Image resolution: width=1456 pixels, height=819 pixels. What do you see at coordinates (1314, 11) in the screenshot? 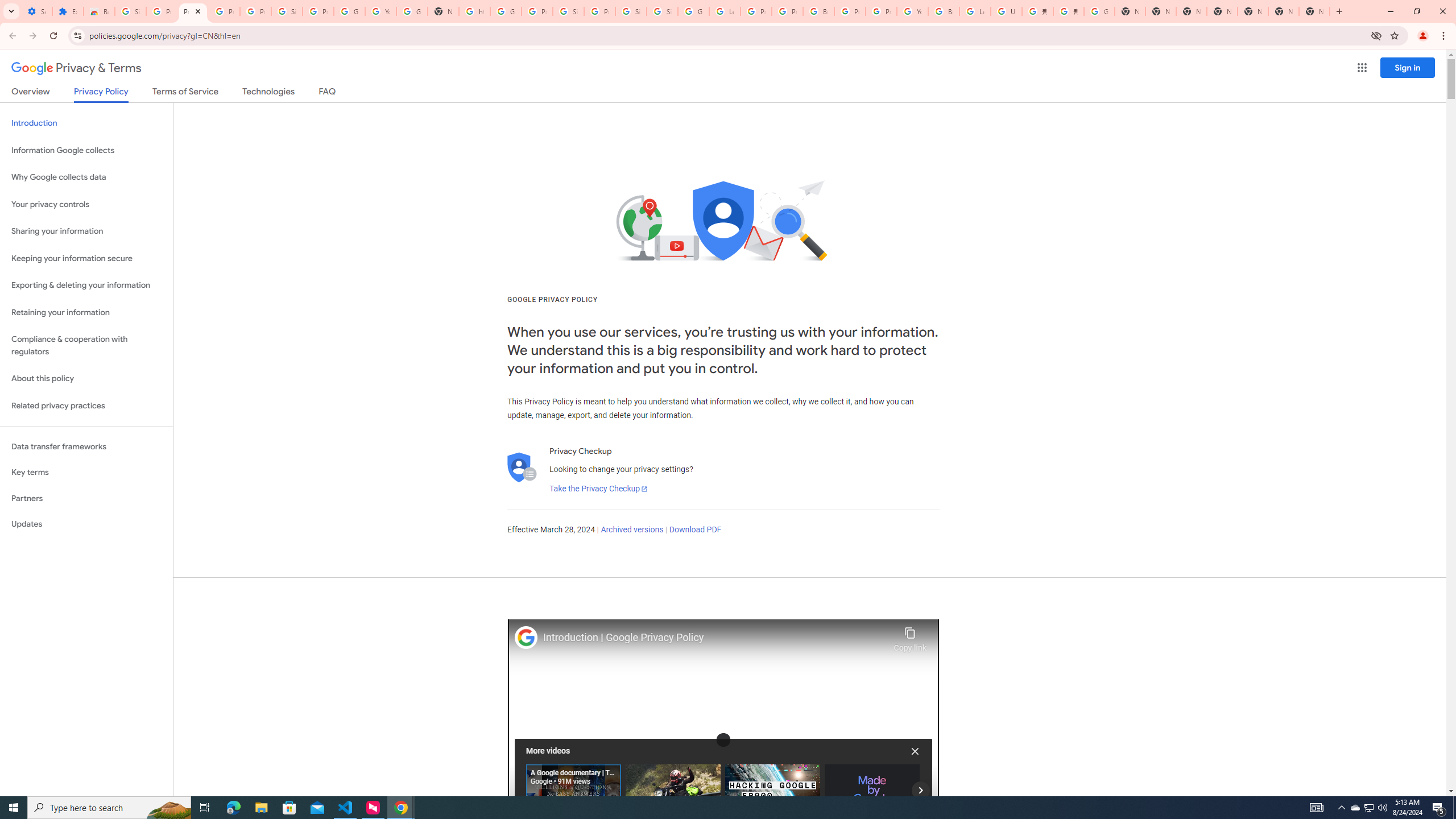
I see `'New Tab'` at bounding box center [1314, 11].